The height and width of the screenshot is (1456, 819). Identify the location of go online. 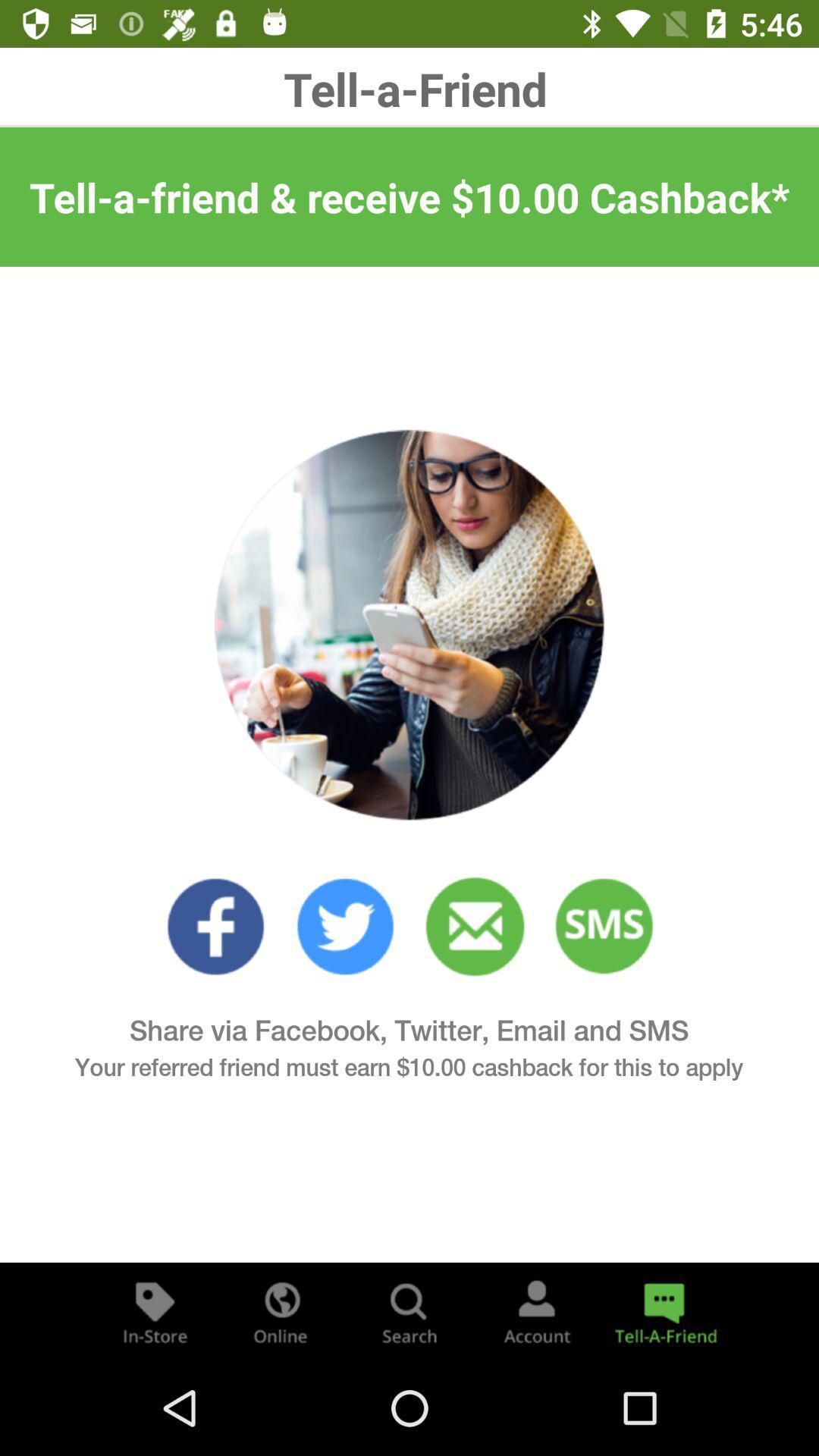
(281, 1310).